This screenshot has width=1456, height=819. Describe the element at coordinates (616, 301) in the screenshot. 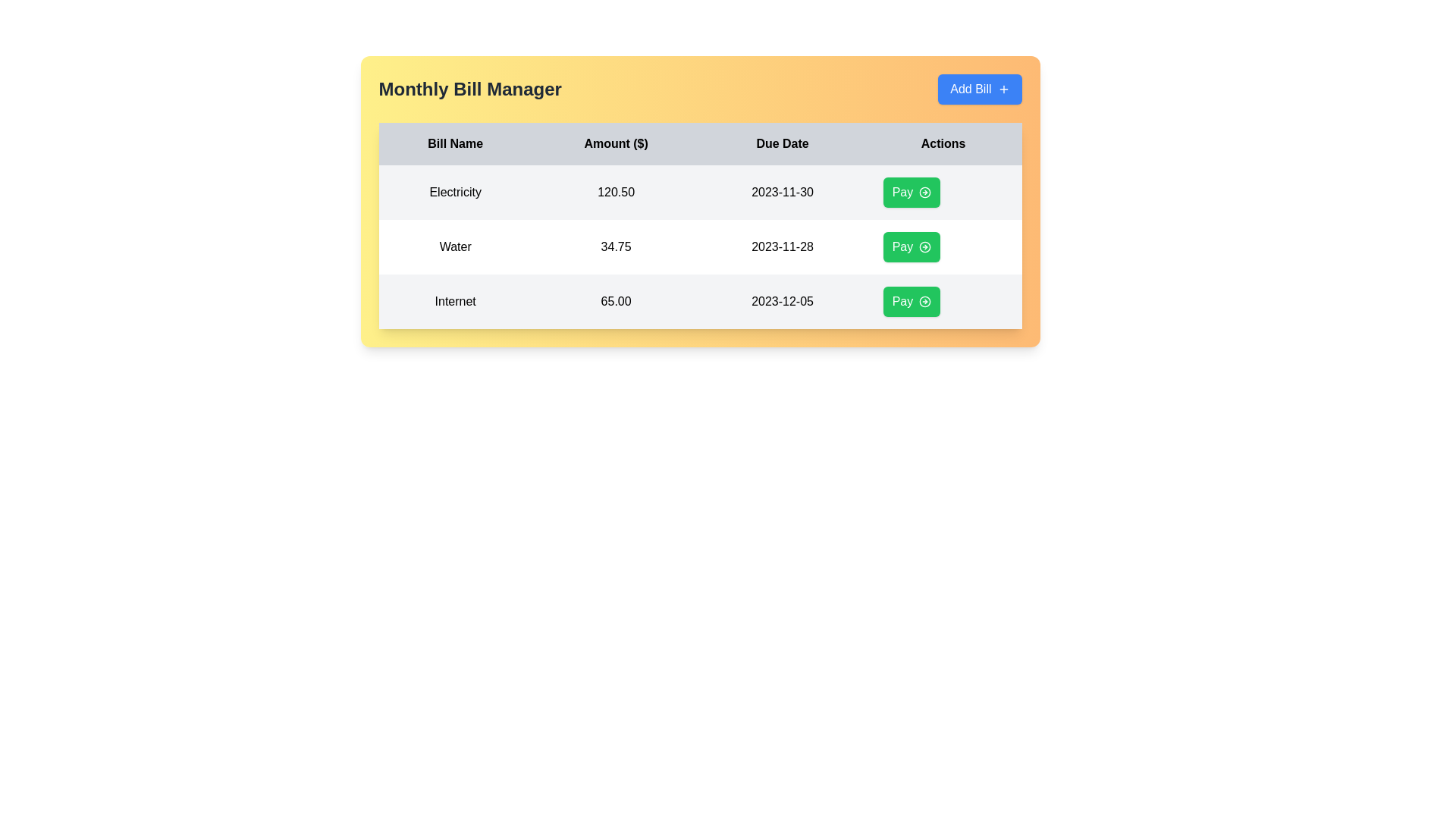

I see `the text label displaying '65.00' in the second cell of the row labeled 'Internet' within the table of bill information` at that location.